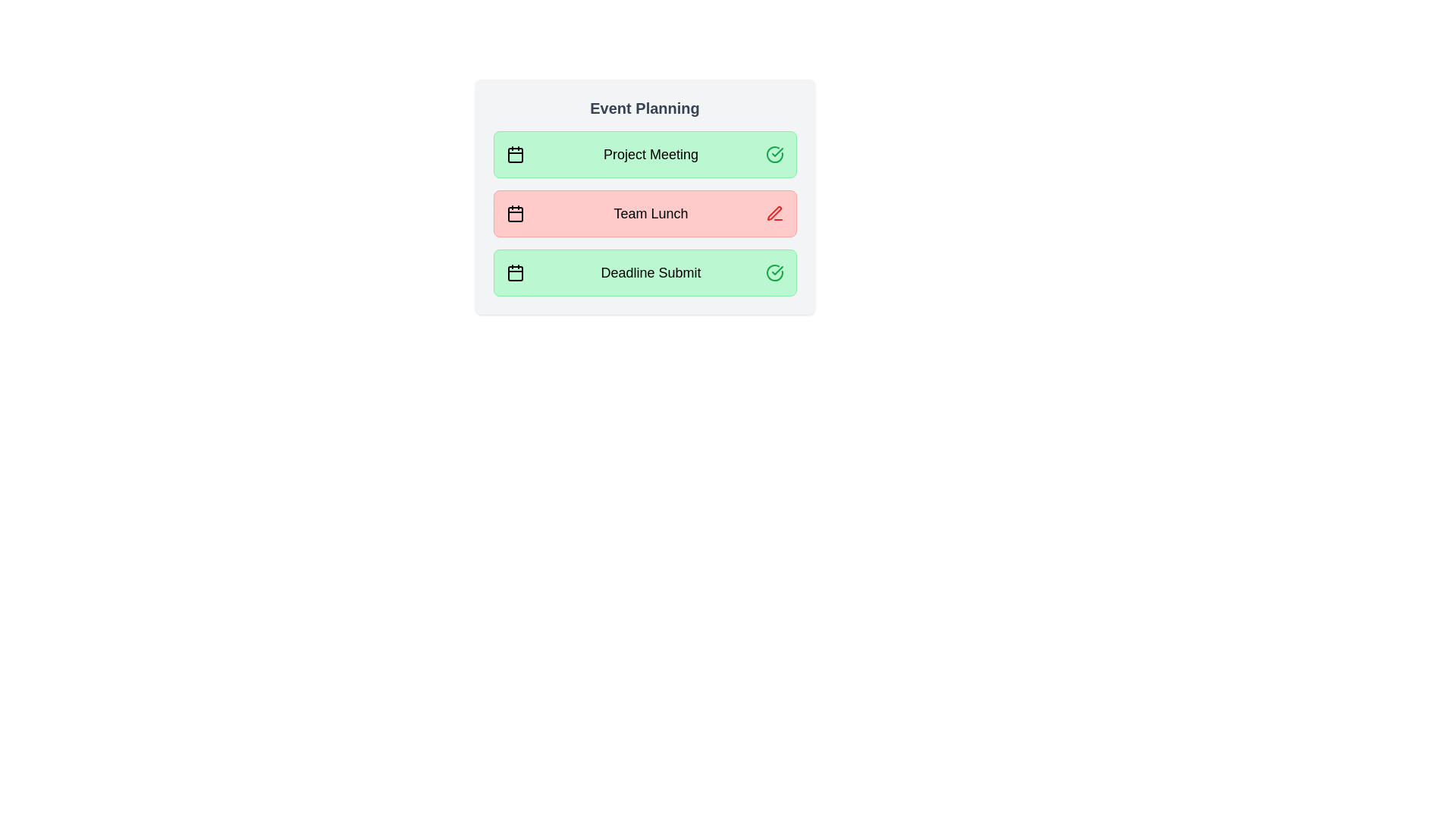 The width and height of the screenshot is (1456, 819). What do you see at coordinates (645, 107) in the screenshot?
I see `the header text 'Event Planning' for copying` at bounding box center [645, 107].